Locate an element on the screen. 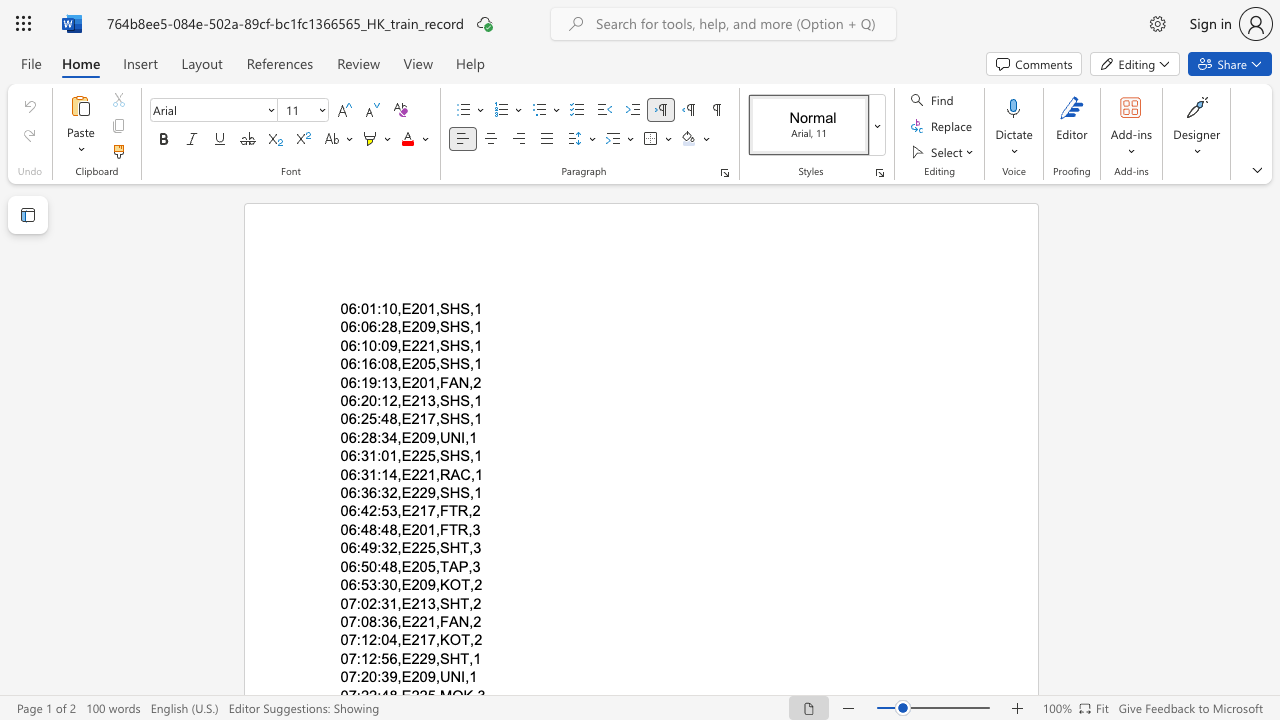 Image resolution: width=1280 pixels, height=720 pixels. the space between the continuous character "E" and "2" in the text is located at coordinates (410, 344).